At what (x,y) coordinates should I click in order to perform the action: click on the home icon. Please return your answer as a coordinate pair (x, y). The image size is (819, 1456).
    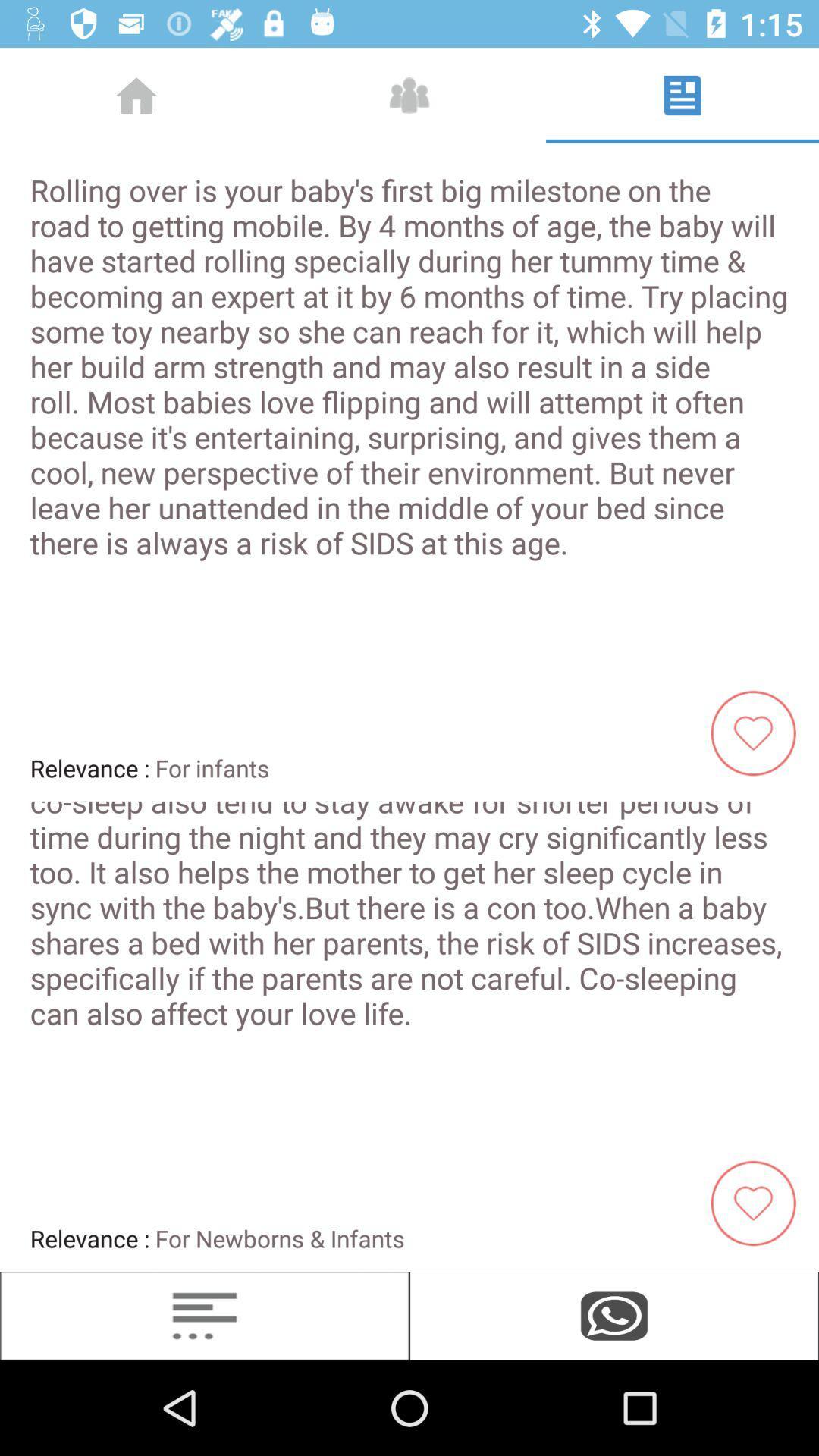
    Looking at the image, I should click on (136, 94).